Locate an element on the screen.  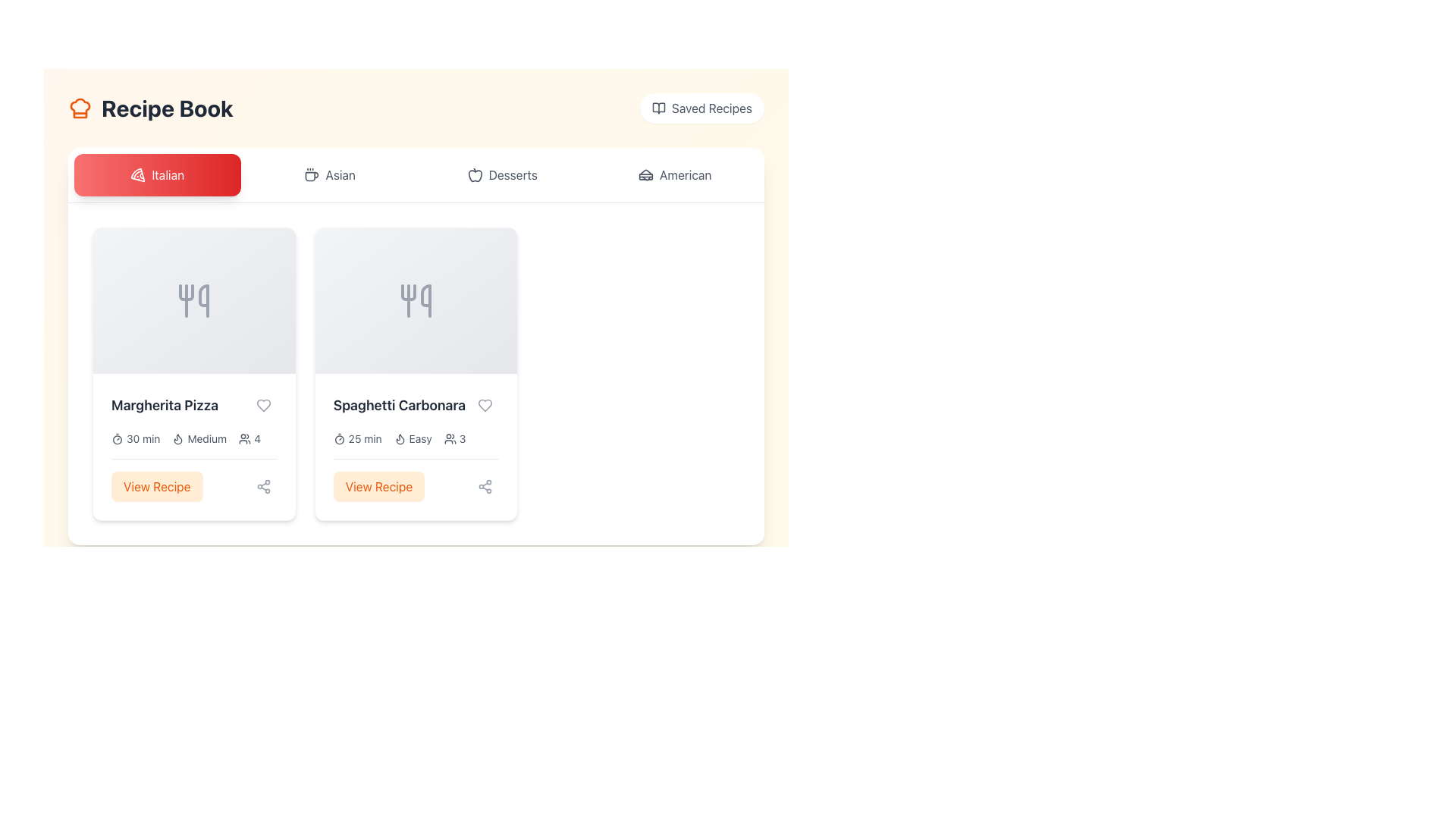
the flame icon located next to the text 'Medium' in the first recipe card below the title 'Margherita Pizza' is located at coordinates (178, 438).